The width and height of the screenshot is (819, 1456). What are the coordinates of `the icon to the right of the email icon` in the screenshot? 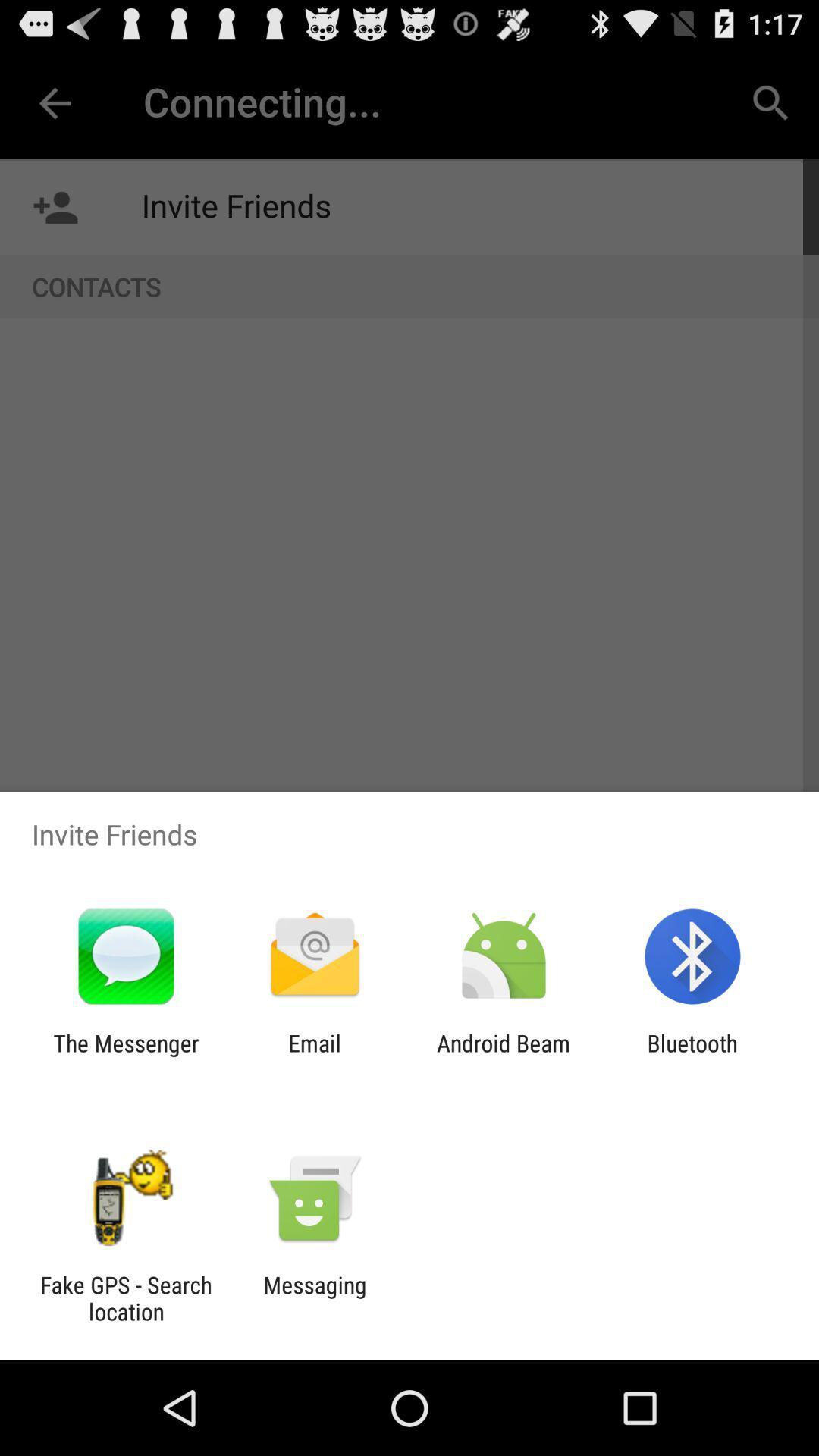 It's located at (504, 1056).